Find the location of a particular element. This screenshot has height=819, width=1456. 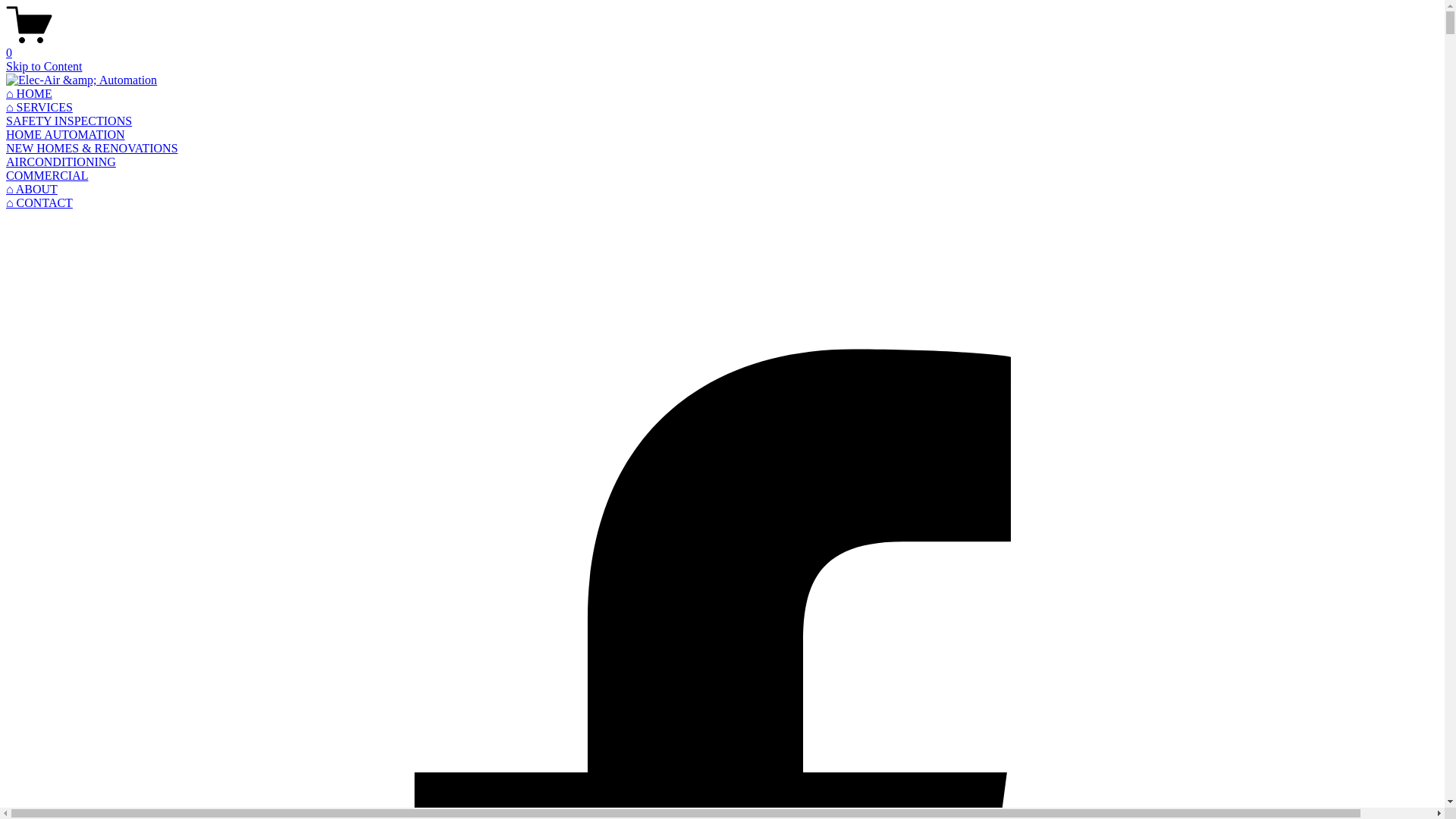

'0' is located at coordinates (721, 45).